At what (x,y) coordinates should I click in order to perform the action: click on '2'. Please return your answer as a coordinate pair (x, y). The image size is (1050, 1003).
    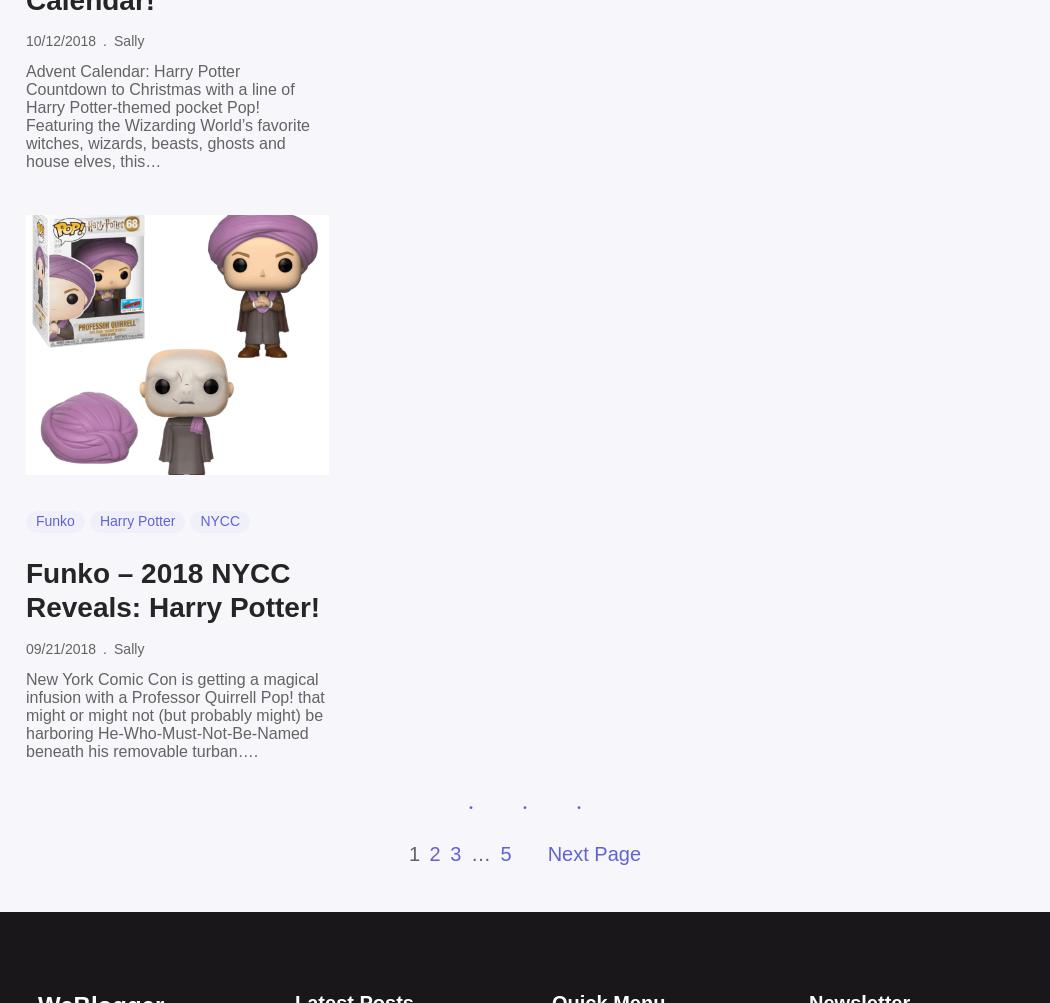
    Looking at the image, I should click on (434, 852).